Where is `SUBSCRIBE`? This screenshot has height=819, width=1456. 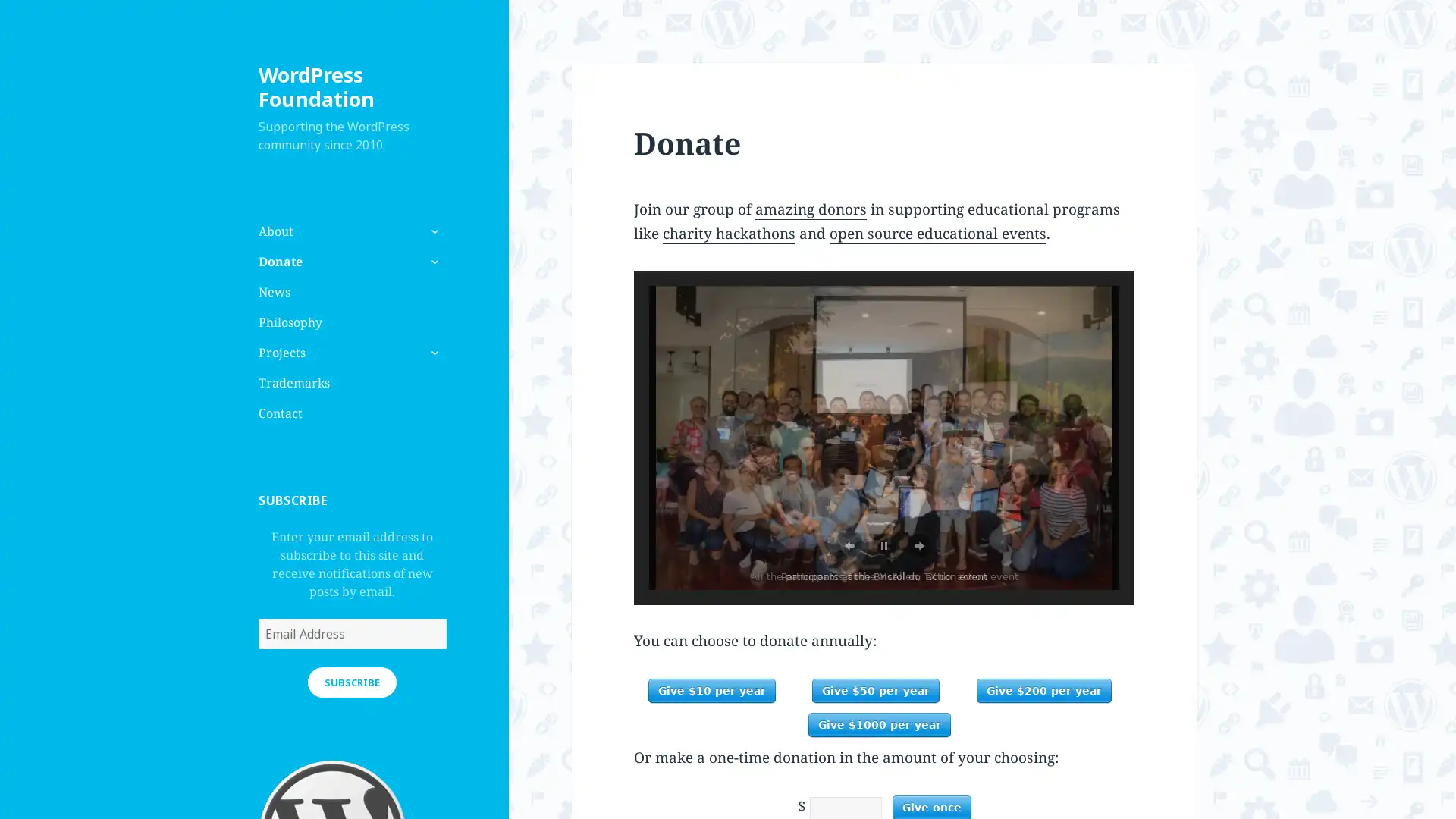
SUBSCRIBE is located at coordinates (351, 680).